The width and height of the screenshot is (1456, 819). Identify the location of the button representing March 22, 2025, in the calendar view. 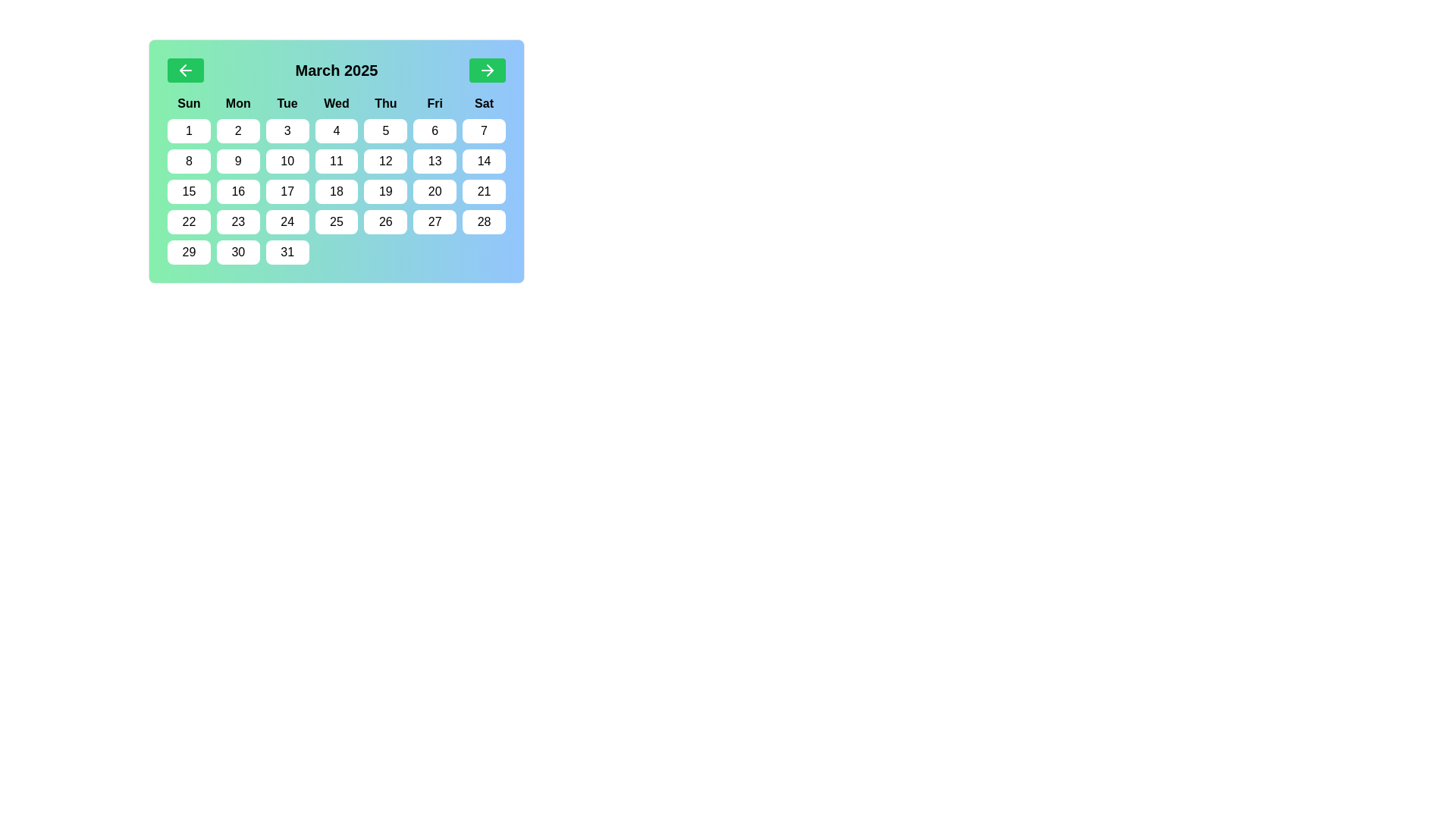
(188, 222).